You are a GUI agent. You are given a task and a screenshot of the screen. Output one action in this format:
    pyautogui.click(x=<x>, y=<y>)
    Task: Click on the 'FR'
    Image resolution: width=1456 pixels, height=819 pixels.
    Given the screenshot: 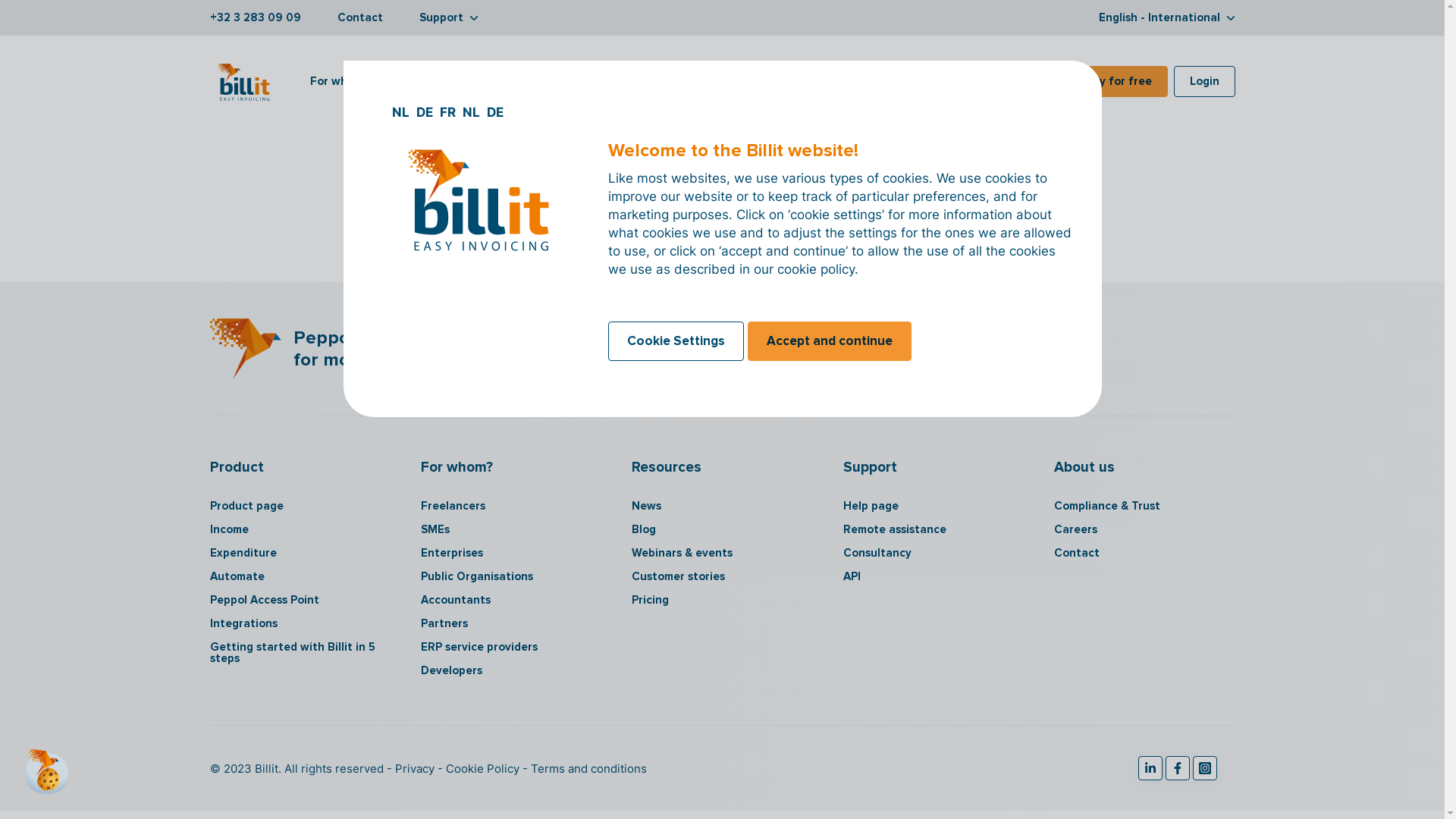 What is the action you would take?
    pyautogui.click(x=439, y=111)
    